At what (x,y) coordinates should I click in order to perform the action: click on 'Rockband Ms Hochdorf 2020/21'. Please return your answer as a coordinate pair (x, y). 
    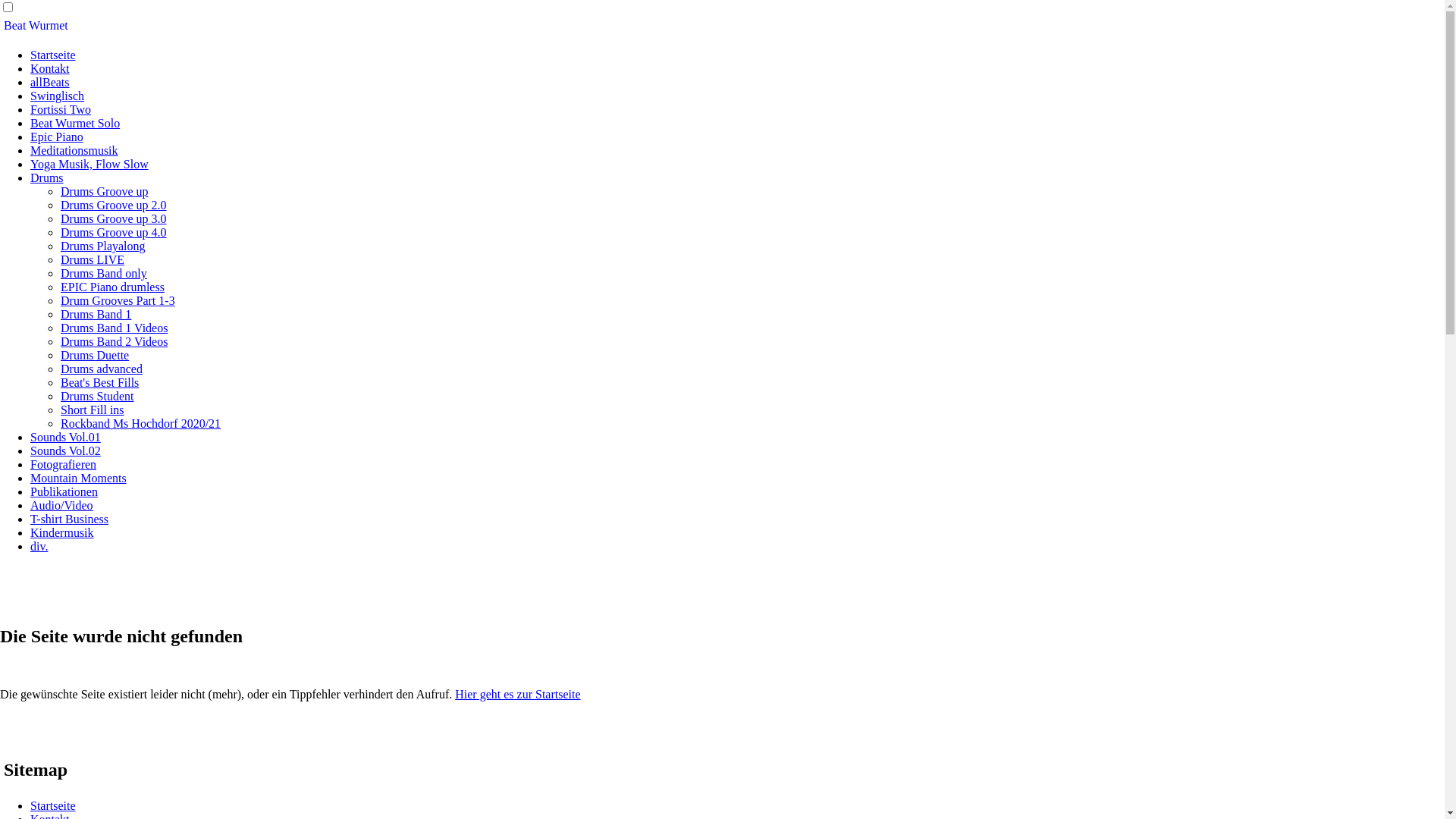
    Looking at the image, I should click on (61, 423).